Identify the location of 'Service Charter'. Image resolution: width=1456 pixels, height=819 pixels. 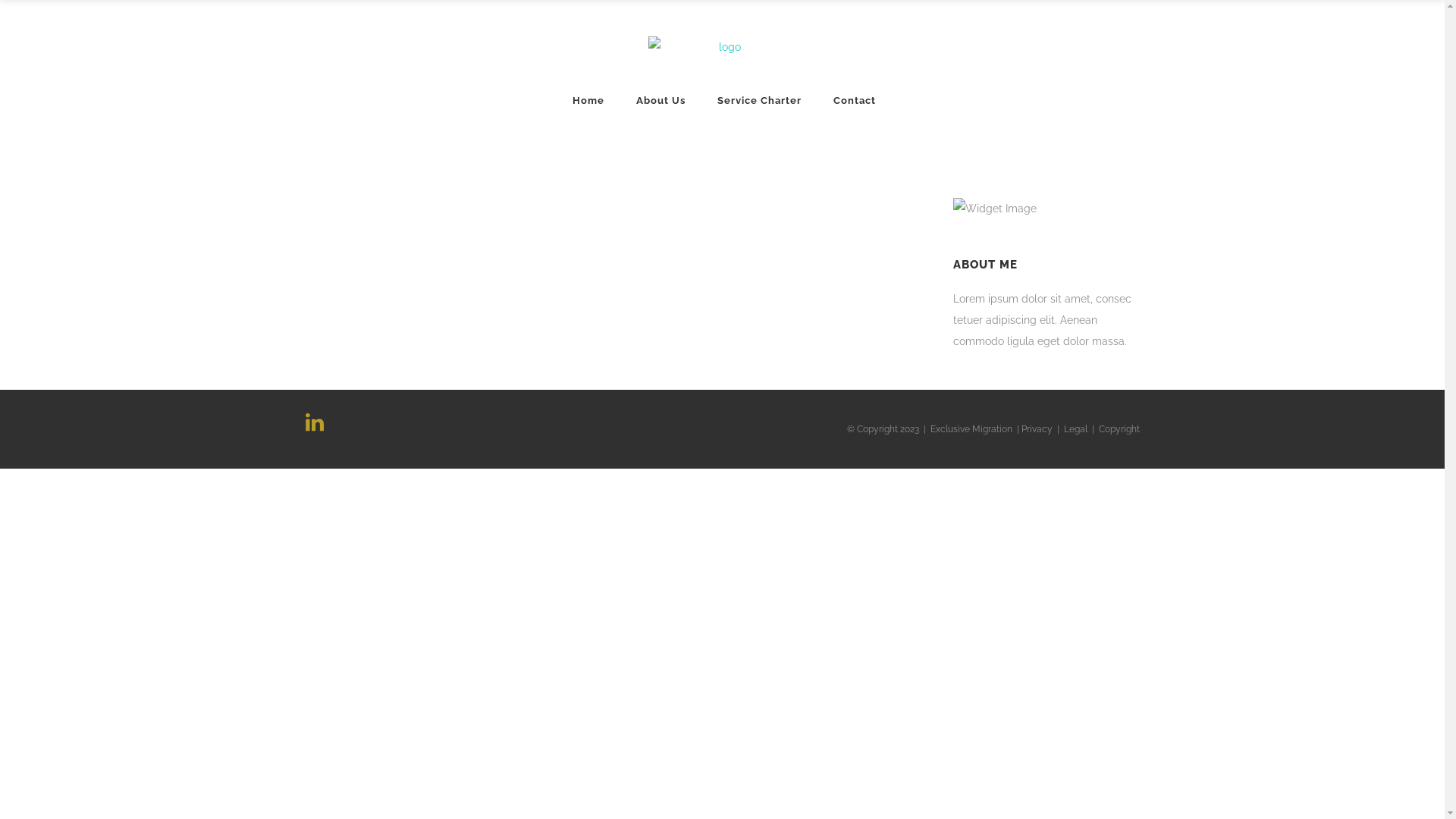
(758, 99).